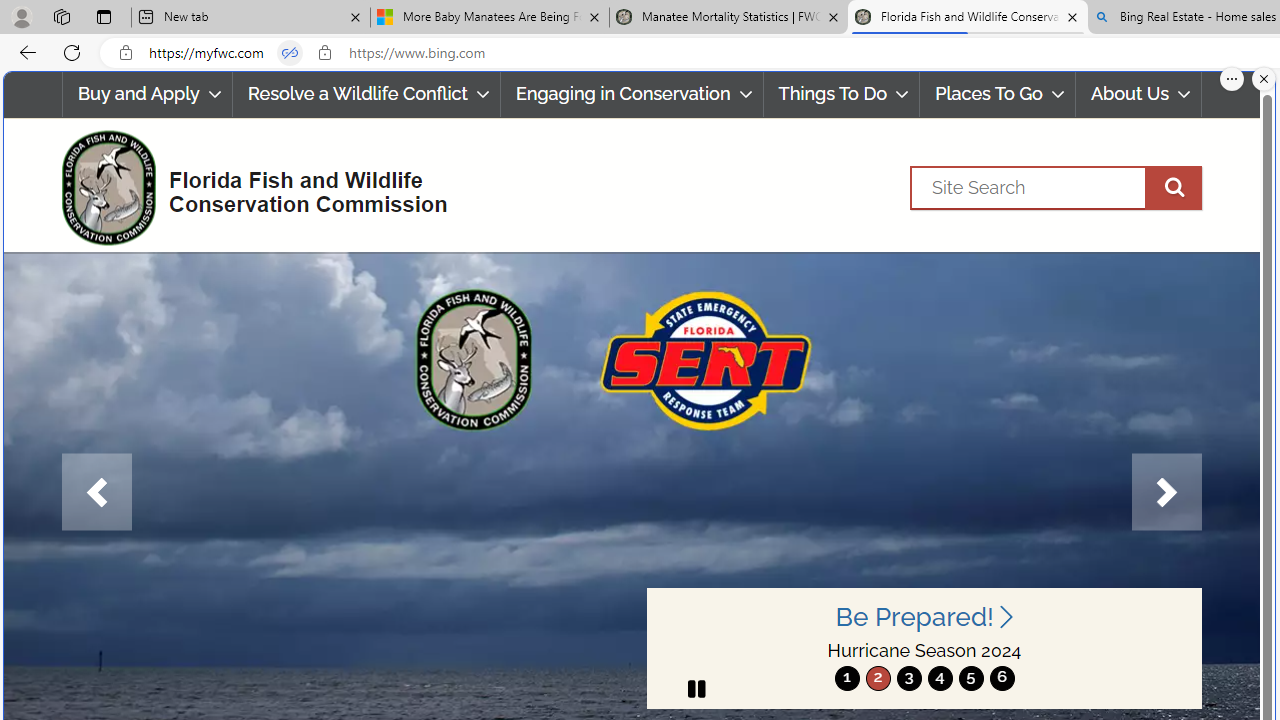 This screenshot has height=720, width=1280. Describe the element at coordinates (841, 94) in the screenshot. I see `'Things To Do'` at that location.